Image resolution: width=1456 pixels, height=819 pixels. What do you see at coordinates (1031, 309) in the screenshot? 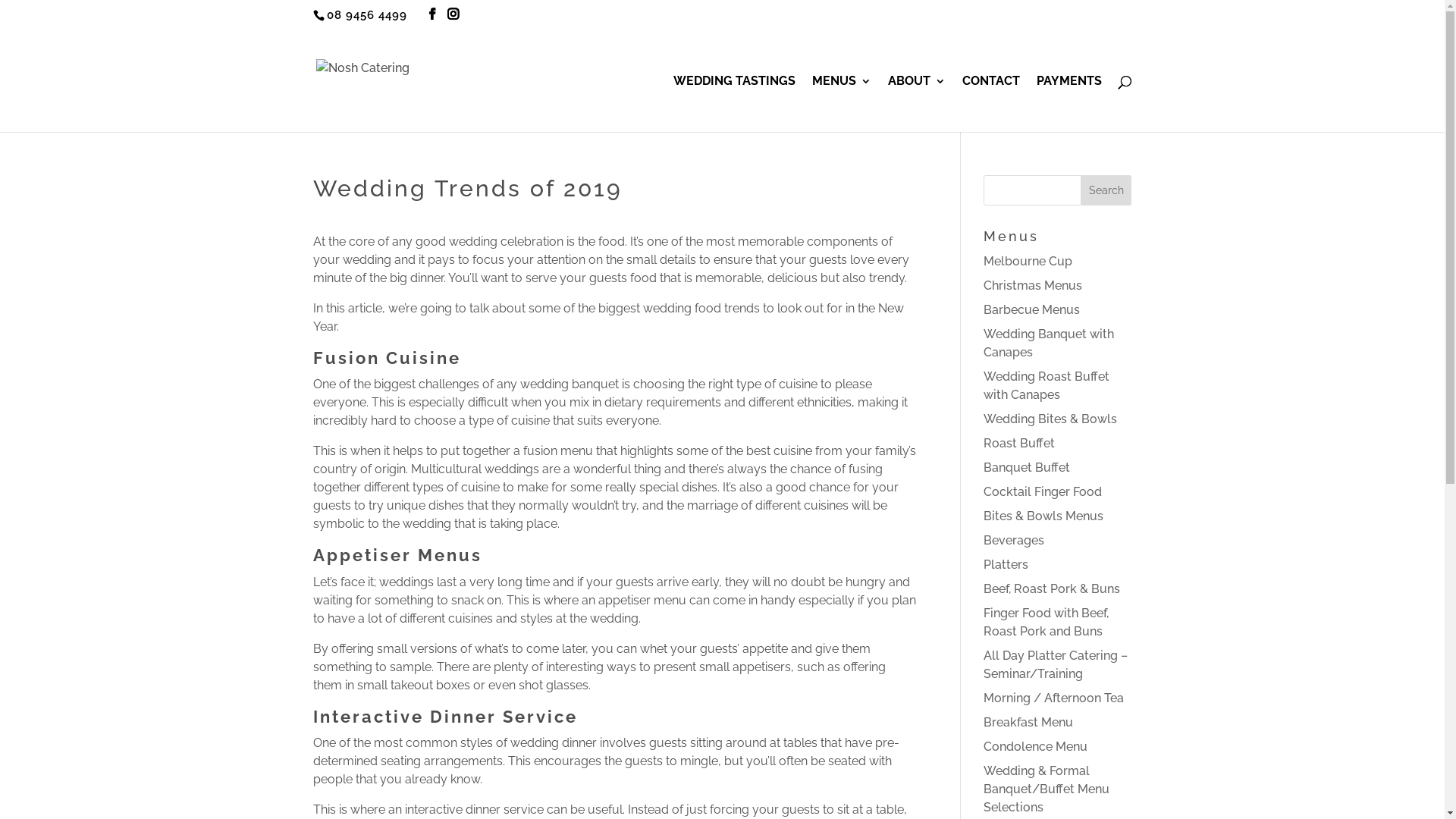
I see `'Barbecue Menus'` at bounding box center [1031, 309].